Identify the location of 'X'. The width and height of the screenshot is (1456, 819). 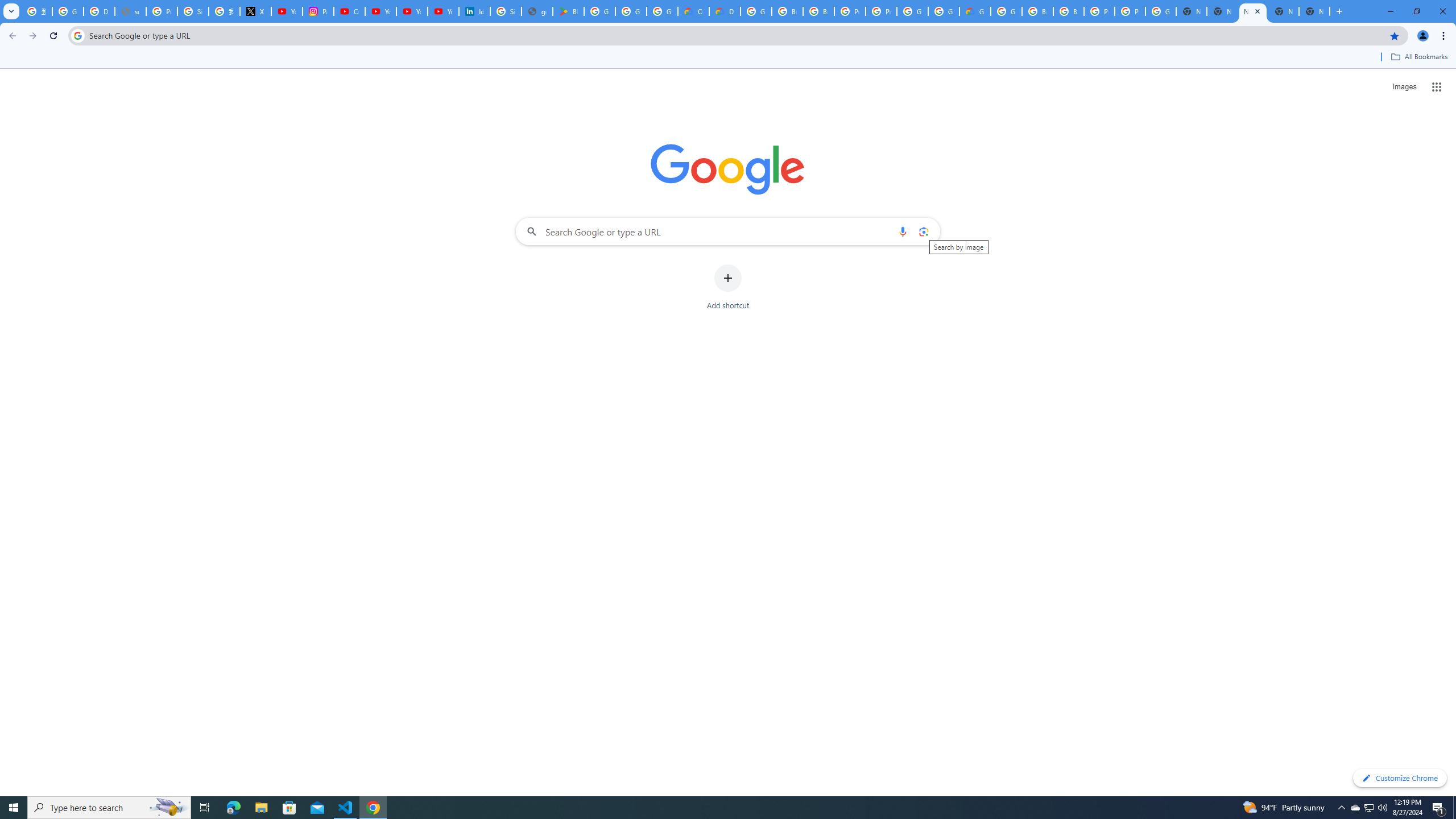
(255, 11).